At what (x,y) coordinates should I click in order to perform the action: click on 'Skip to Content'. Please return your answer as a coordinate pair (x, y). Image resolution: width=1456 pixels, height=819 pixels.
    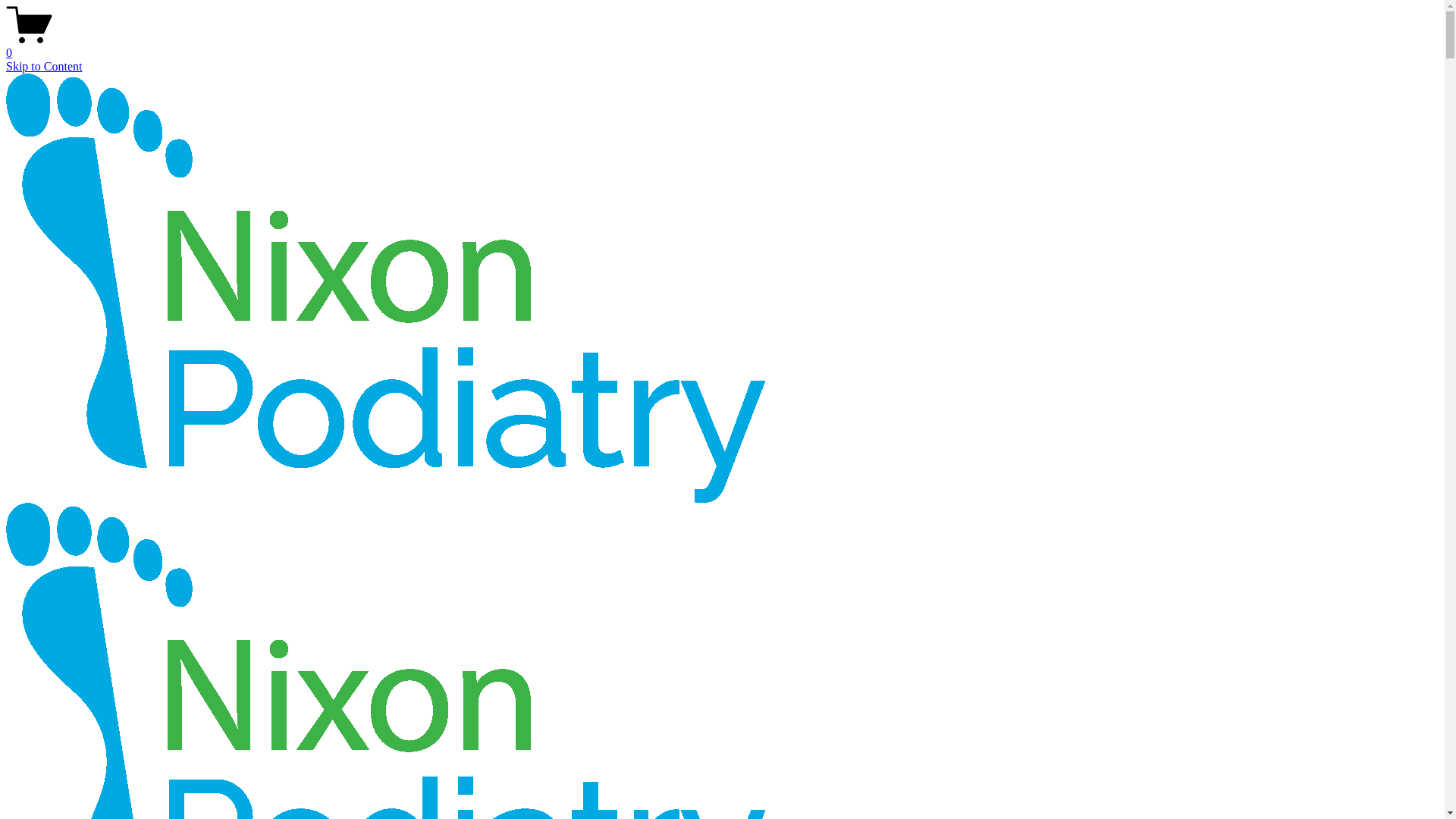
    Looking at the image, I should click on (43, 65).